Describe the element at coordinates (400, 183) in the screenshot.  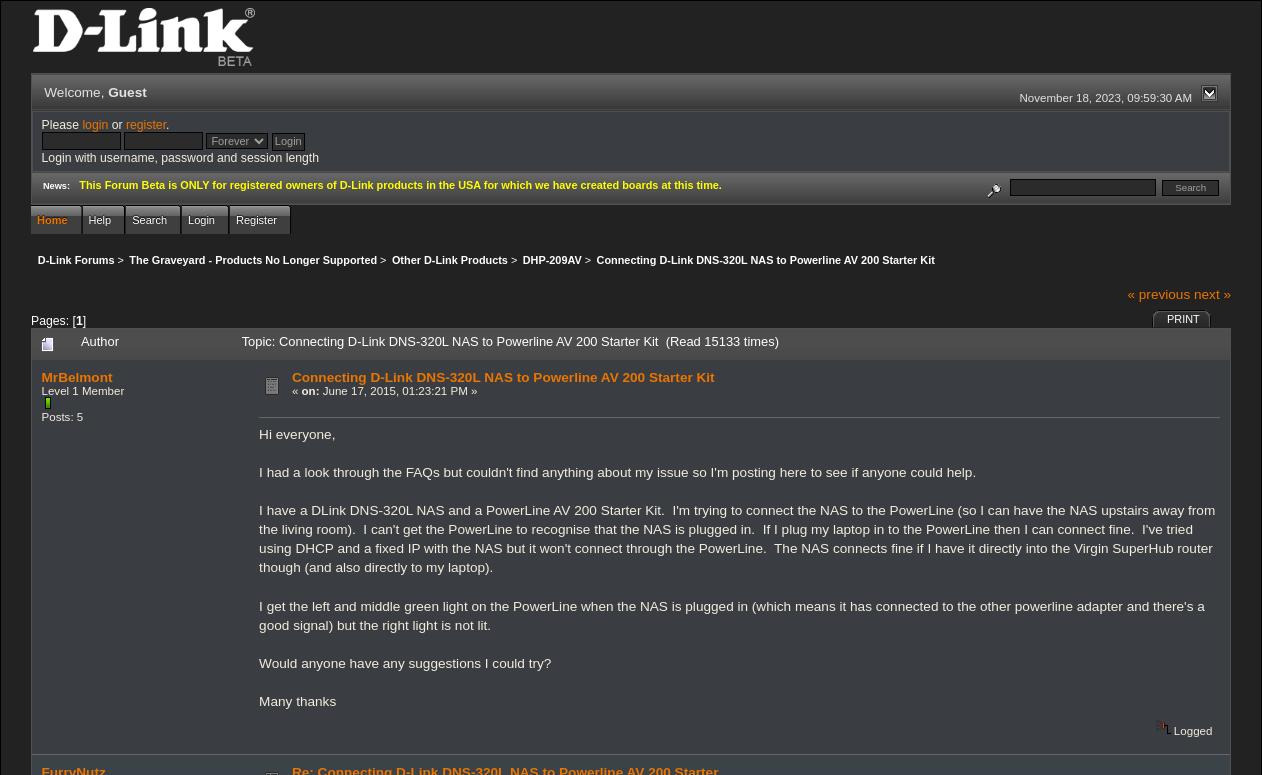
I see `'This Forum Beta is ONLY for registered owners of D-Link products in the USA for which we have created boards at this time.'` at that location.